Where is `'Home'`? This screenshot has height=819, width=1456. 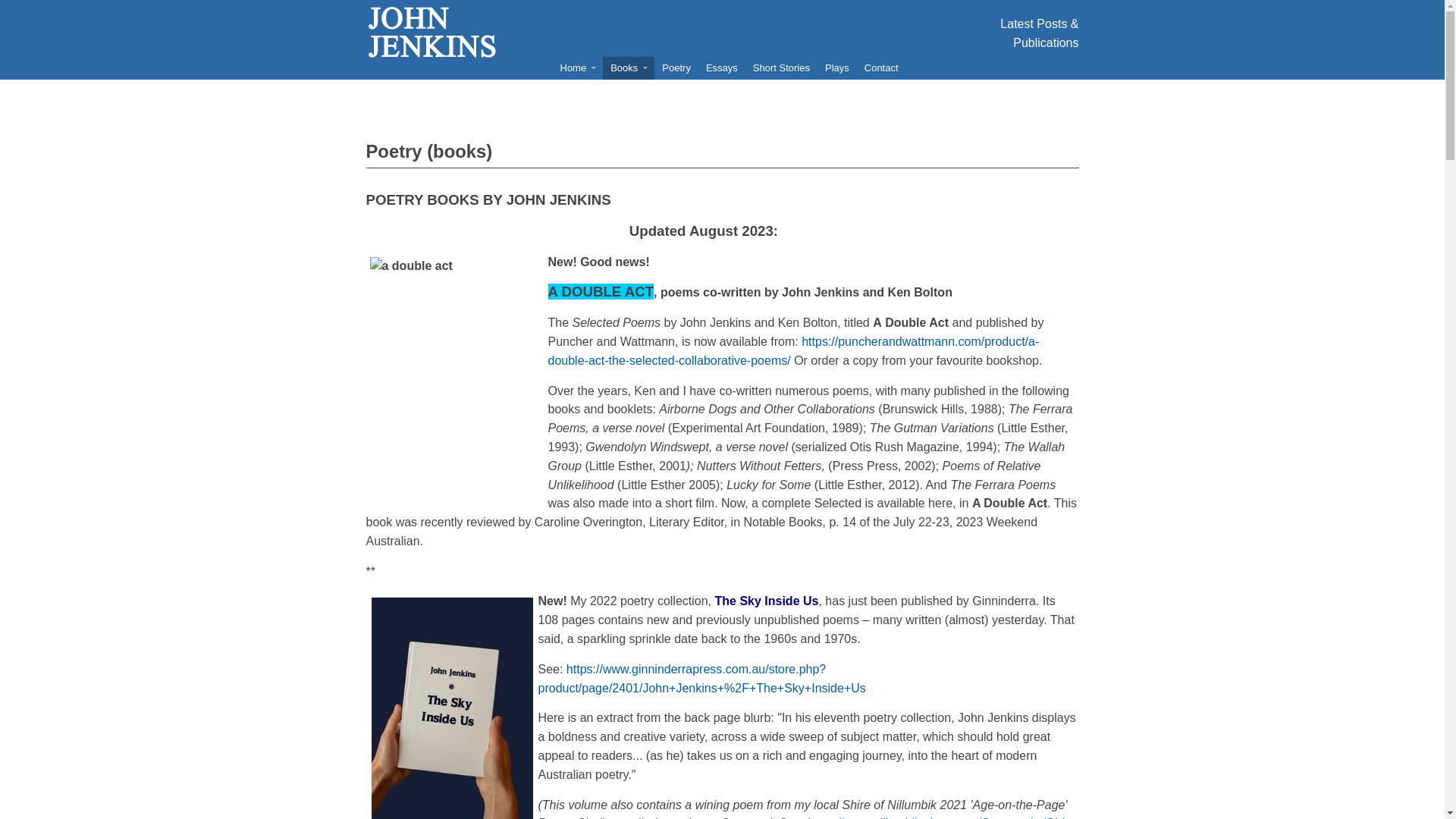 'Home' is located at coordinates (576, 67).